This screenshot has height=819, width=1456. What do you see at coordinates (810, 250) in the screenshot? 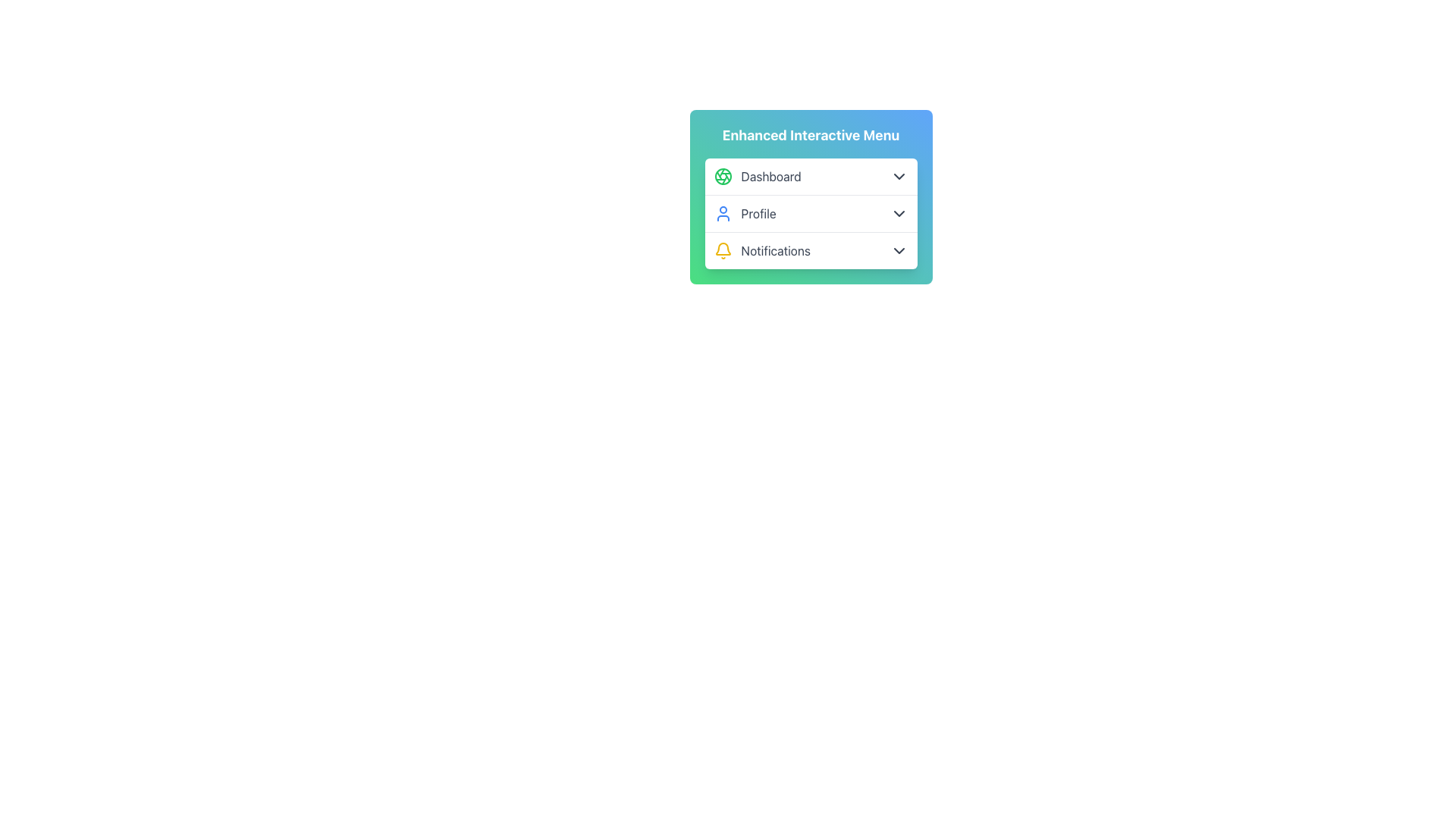
I see `the third menu item labeled under 'Enhanced Interactive Menu'` at bounding box center [810, 250].